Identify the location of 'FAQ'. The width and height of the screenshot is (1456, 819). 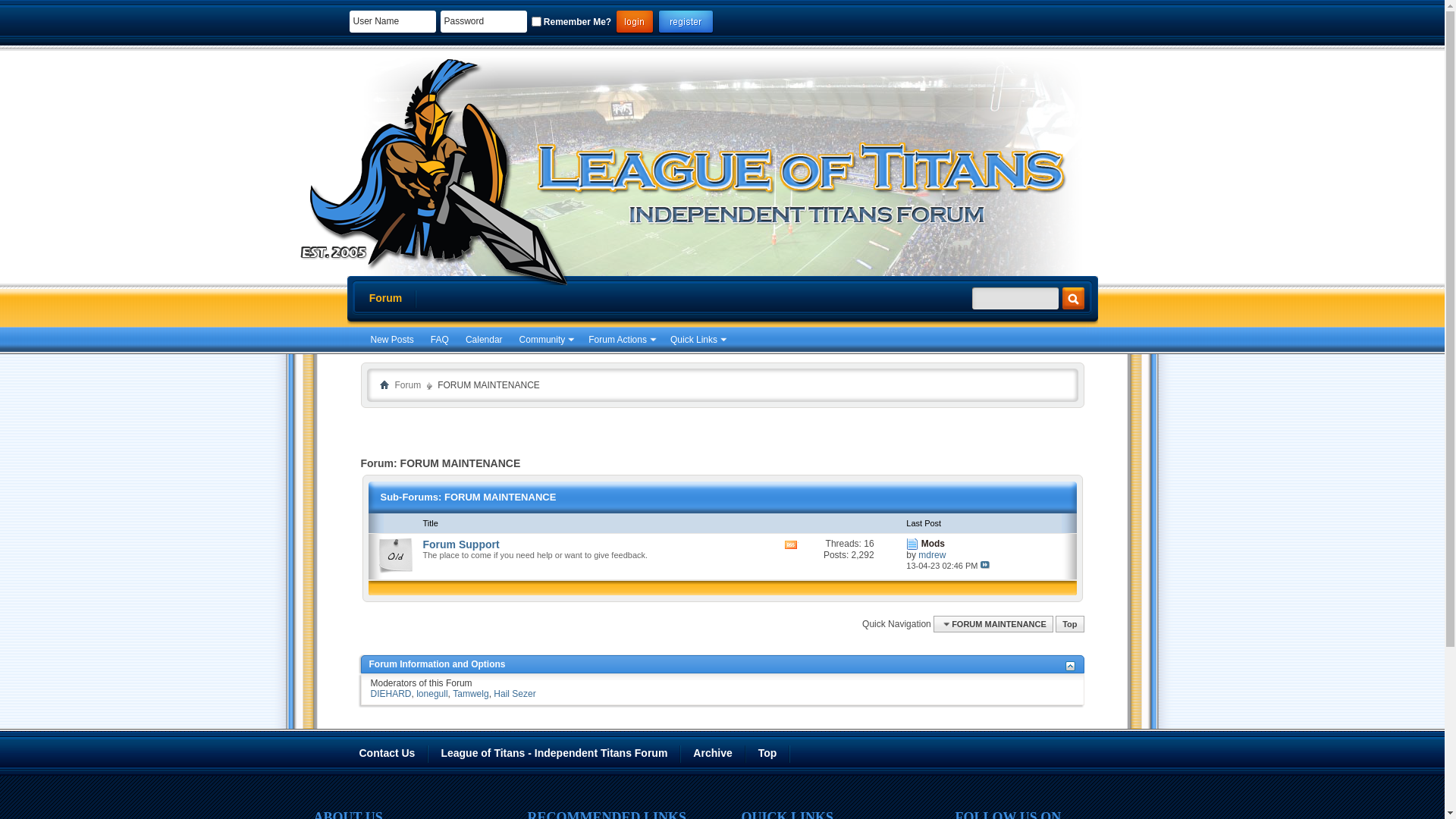
(439, 339).